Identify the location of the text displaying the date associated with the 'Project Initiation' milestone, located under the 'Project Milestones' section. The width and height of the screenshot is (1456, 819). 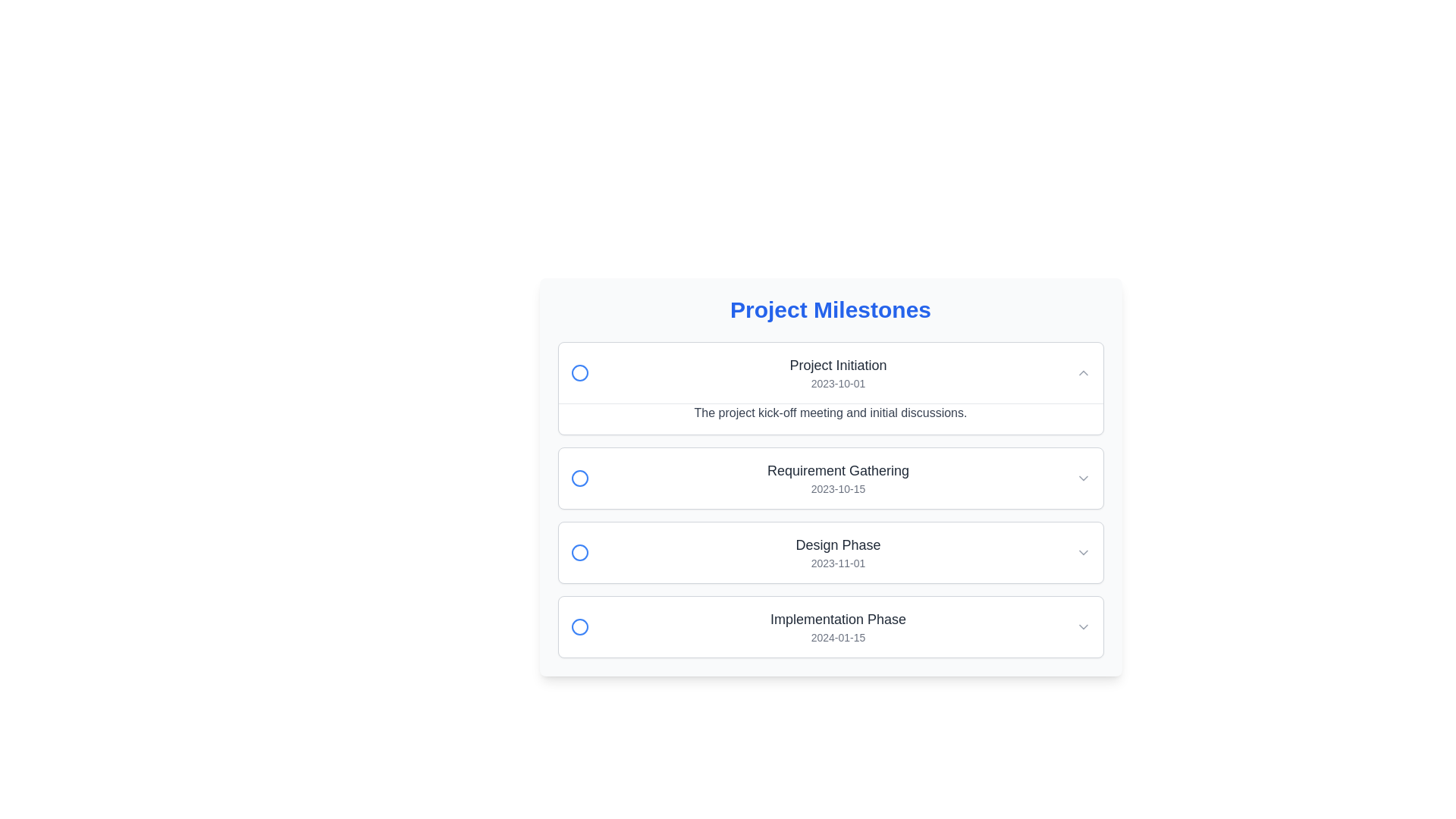
(837, 382).